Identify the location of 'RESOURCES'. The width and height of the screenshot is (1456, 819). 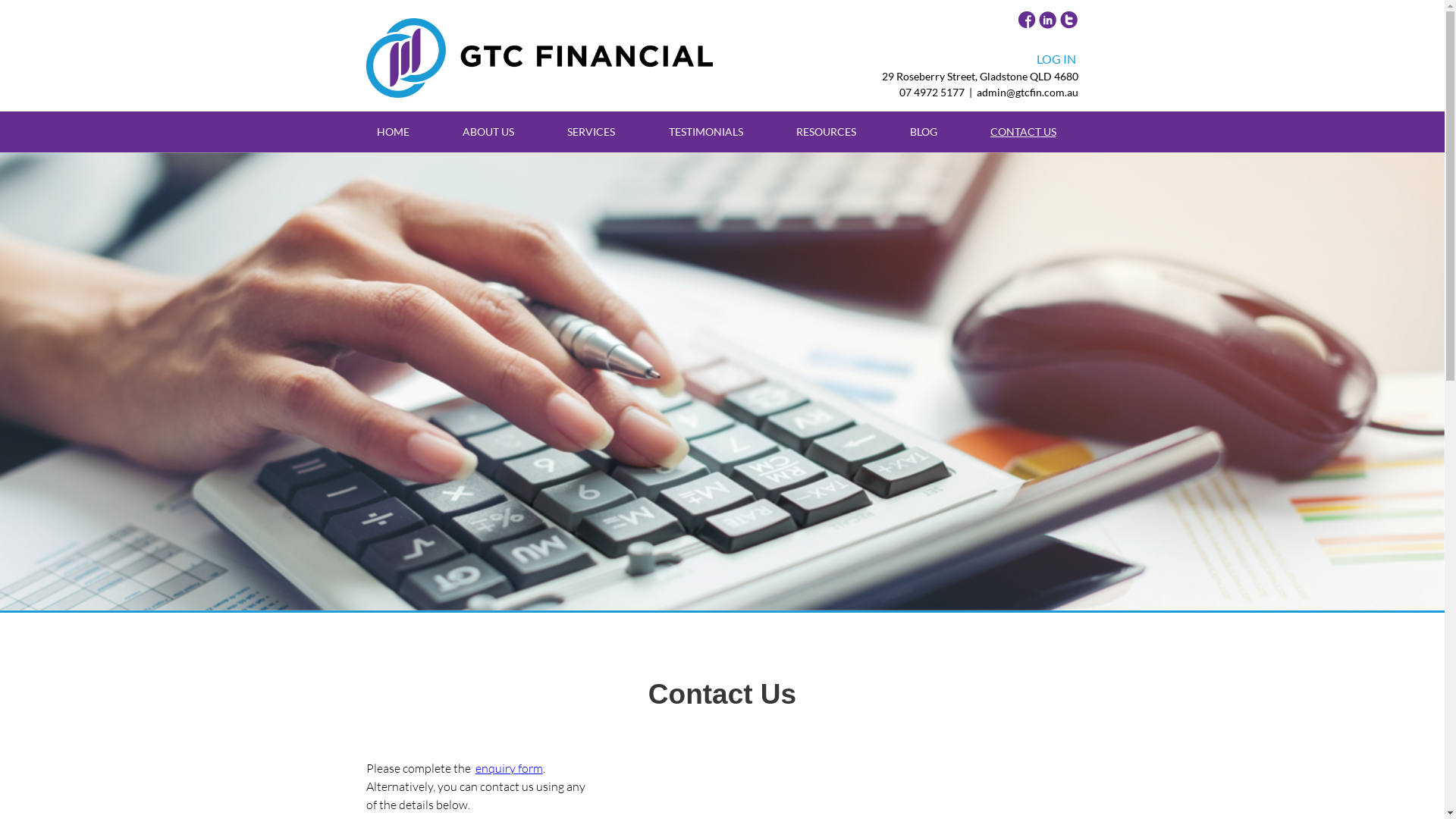
(825, 130).